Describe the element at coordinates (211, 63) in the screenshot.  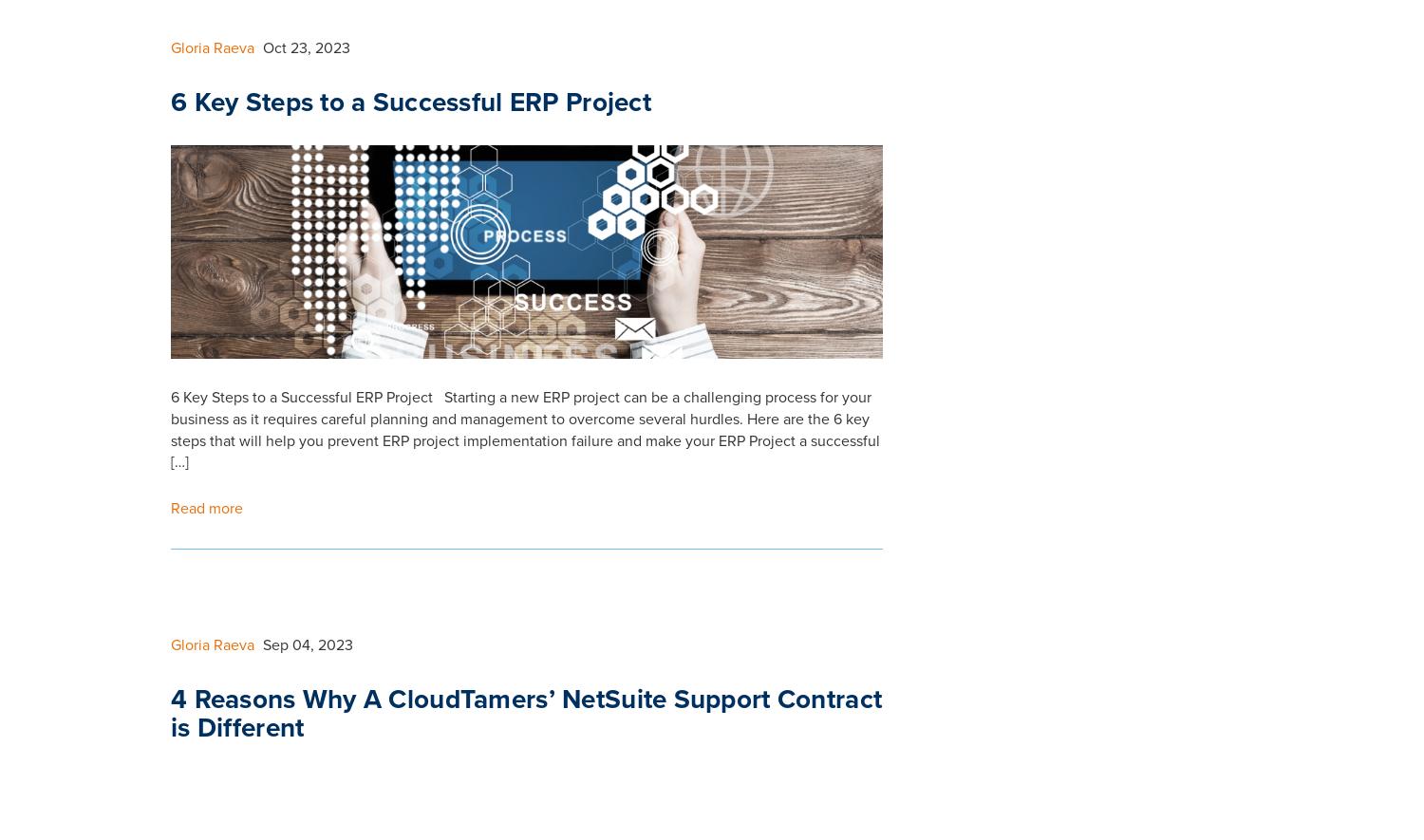
I see `'Gloria Raeva'` at that location.